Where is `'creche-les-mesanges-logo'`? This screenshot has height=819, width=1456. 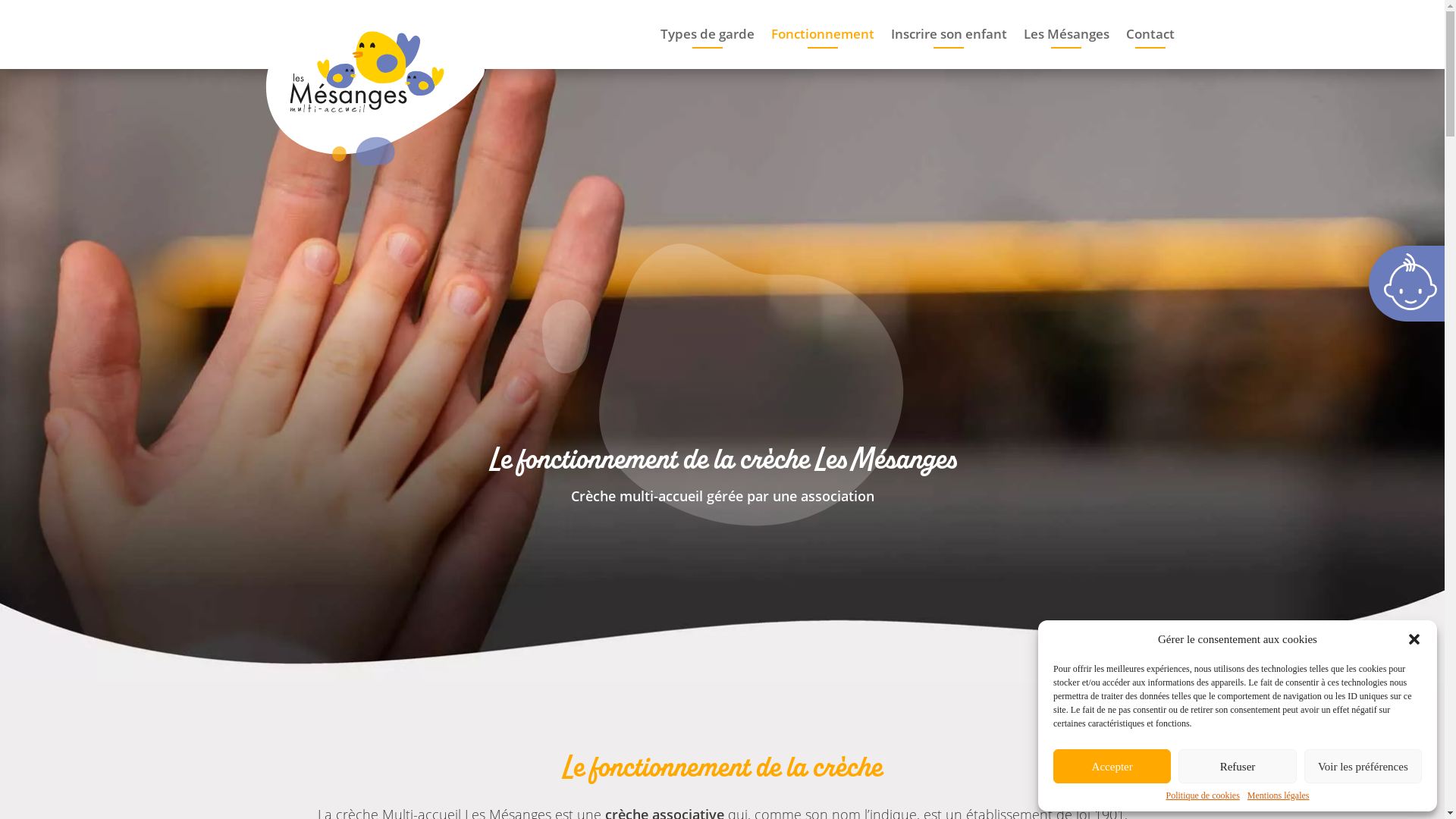 'creche-les-mesanges-logo' is located at coordinates (375, 86).